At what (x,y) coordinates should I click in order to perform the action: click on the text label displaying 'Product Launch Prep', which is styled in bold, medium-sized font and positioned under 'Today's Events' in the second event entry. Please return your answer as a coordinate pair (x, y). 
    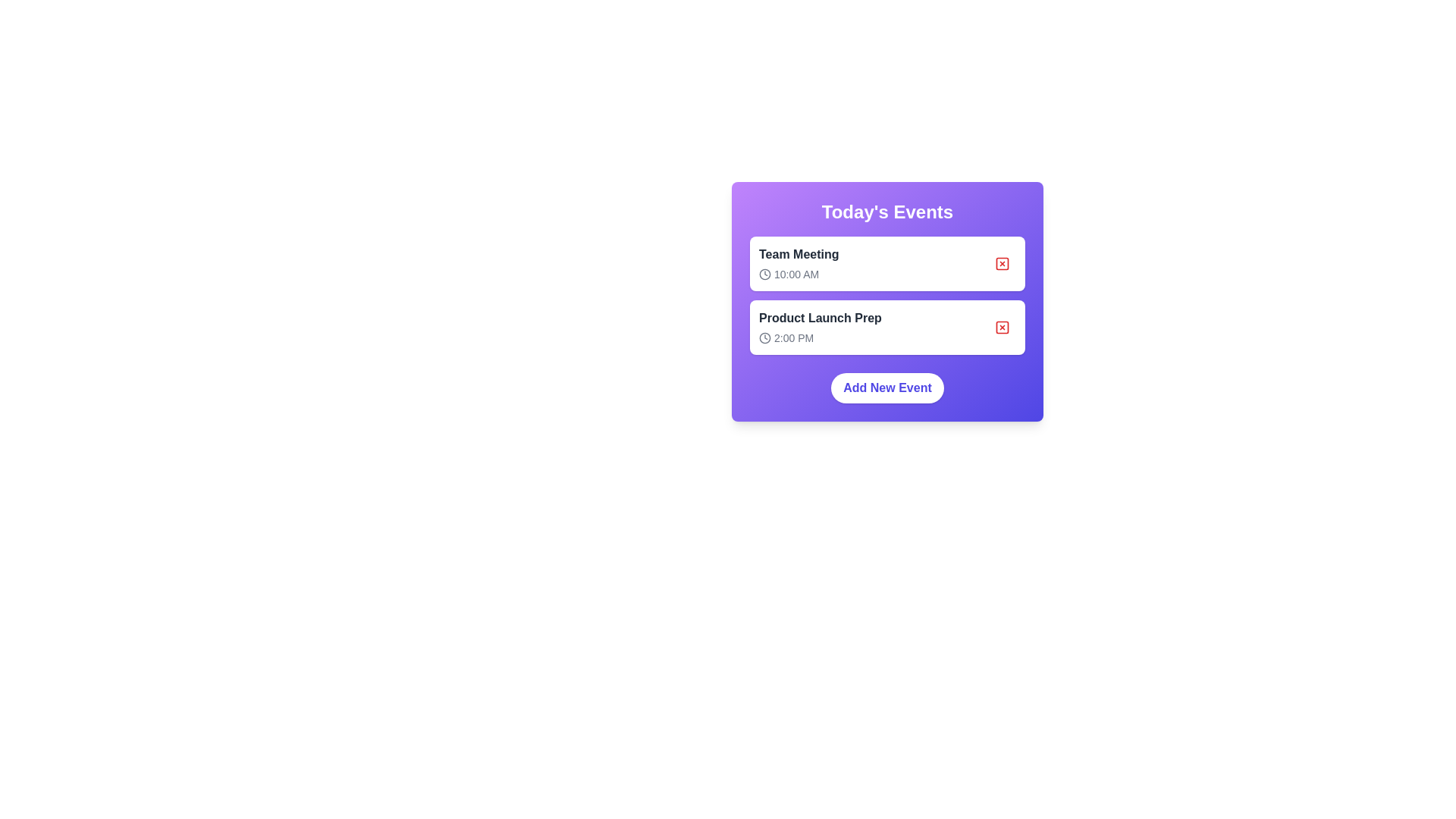
    Looking at the image, I should click on (819, 318).